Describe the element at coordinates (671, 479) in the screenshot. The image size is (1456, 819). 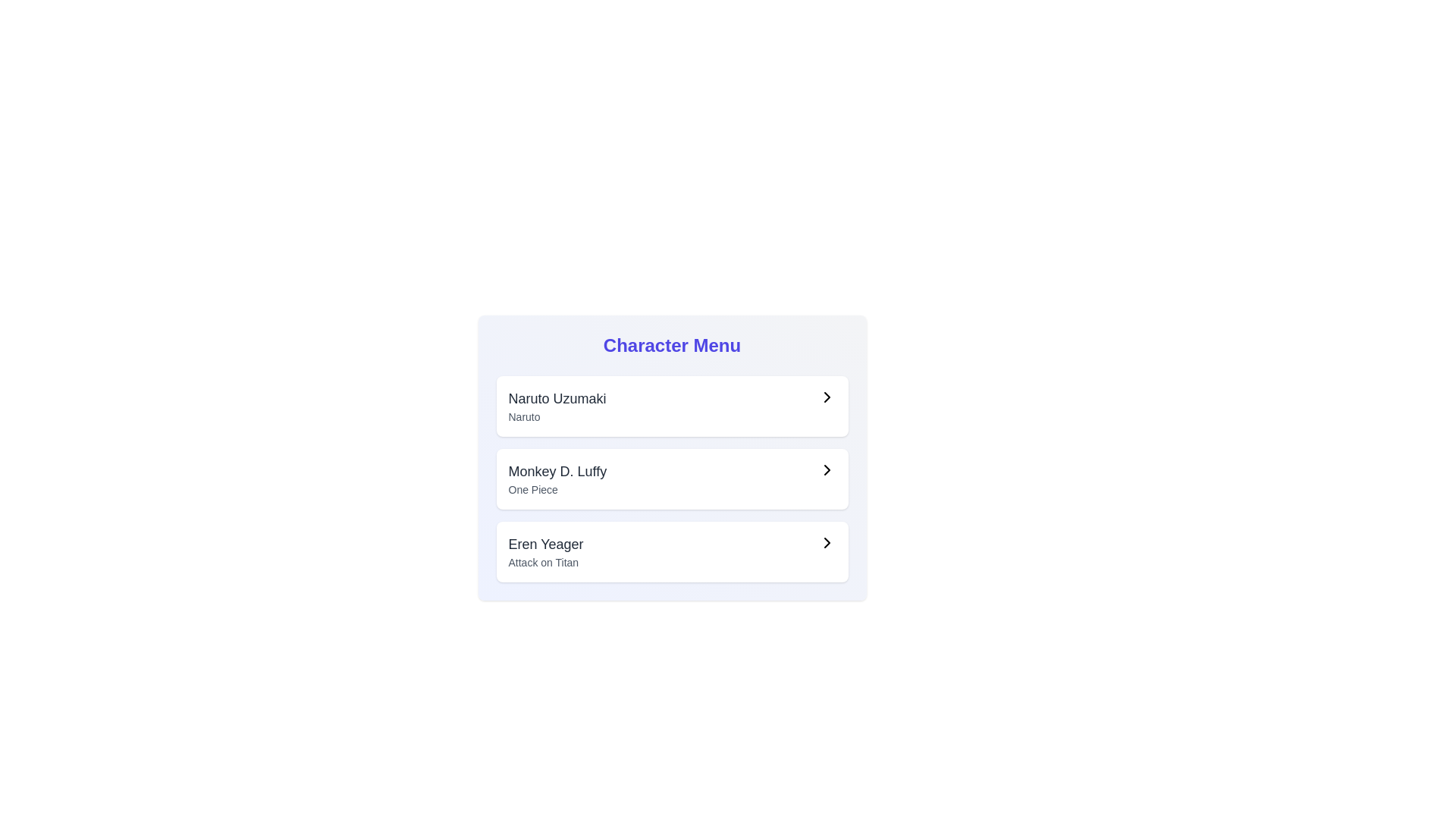
I see `the selectable list item representing 'Monkey D. Luffy'` at that location.